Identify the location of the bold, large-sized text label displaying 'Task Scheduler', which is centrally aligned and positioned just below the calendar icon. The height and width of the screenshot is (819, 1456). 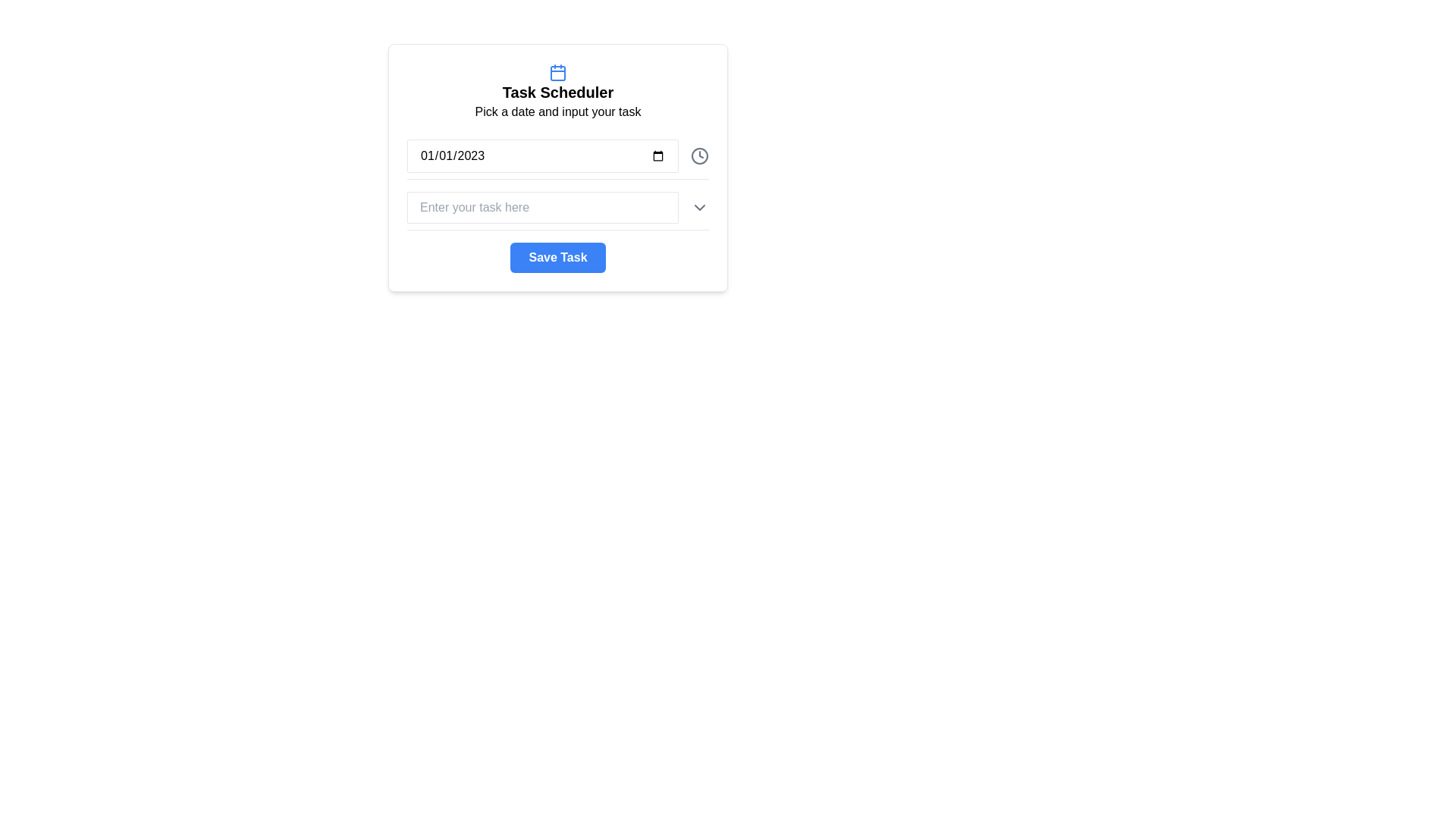
(557, 91).